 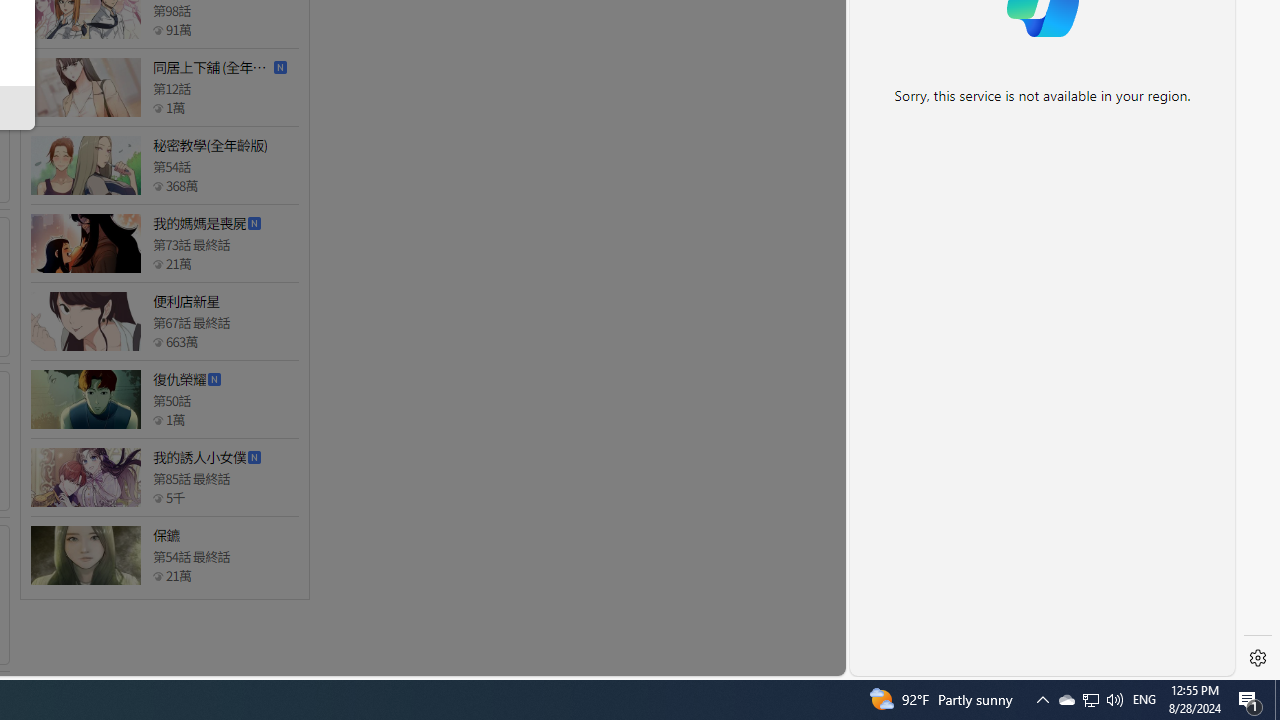 What do you see at coordinates (1257, 658) in the screenshot?
I see `'Settings'` at bounding box center [1257, 658].